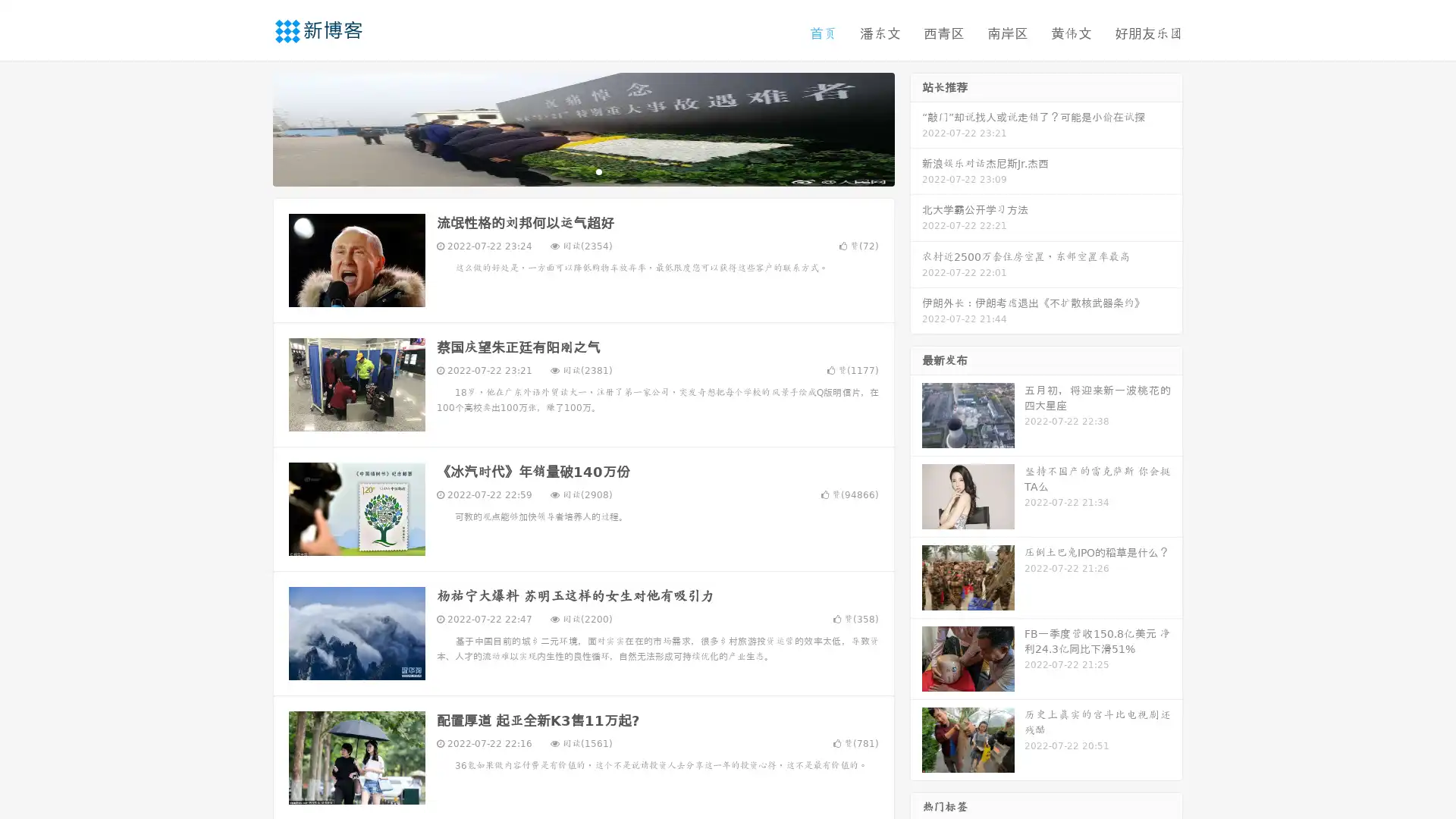 This screenshot has height=819, width=1456. Describe the element at coordinates (567, 171) in the screenshot. I see `Go to slide 1` at that location.